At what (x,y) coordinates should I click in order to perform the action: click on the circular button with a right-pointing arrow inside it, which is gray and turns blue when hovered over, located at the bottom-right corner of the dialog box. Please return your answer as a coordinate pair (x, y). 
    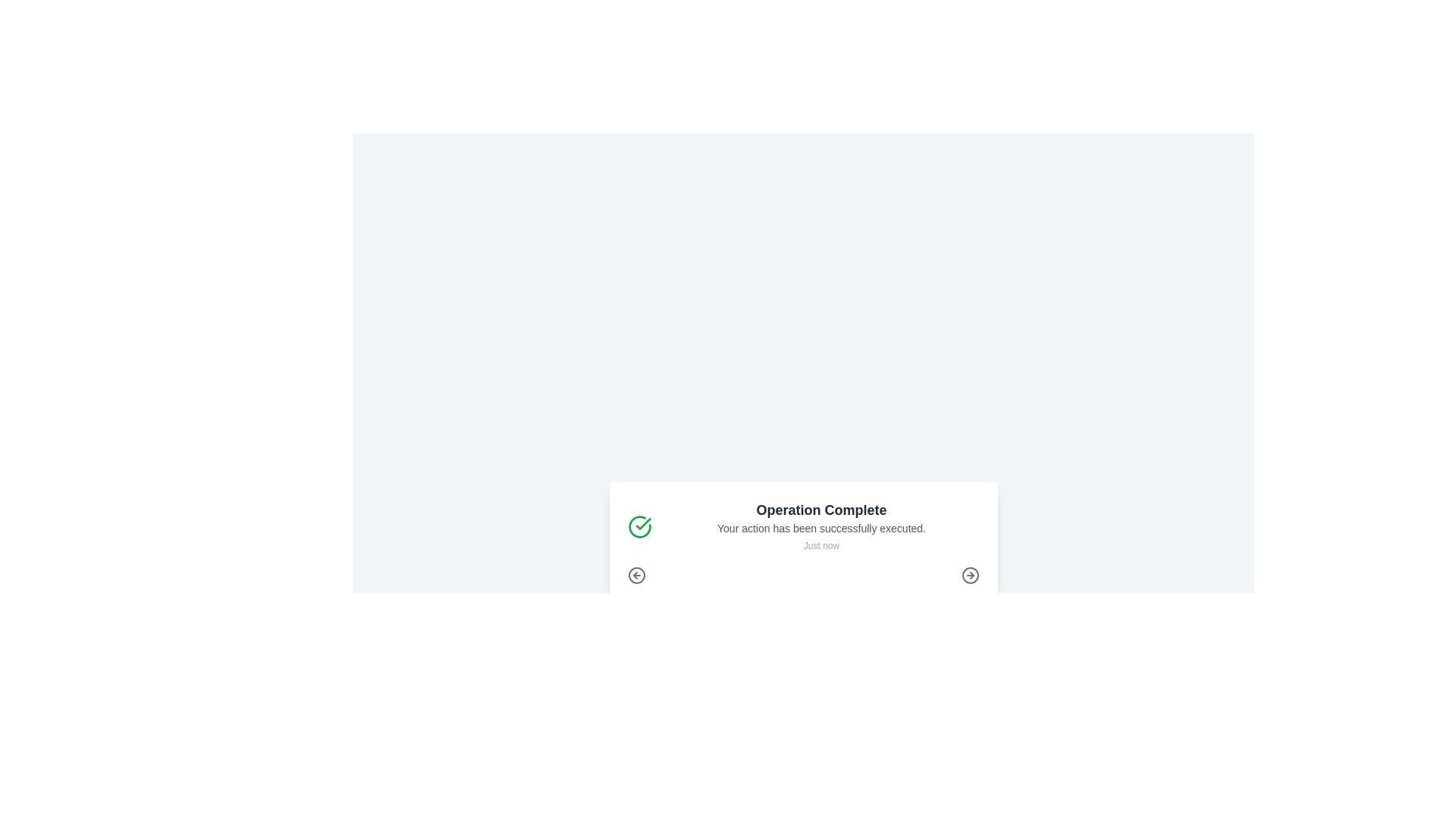
    Looking at the image, I should click on (969, 576).